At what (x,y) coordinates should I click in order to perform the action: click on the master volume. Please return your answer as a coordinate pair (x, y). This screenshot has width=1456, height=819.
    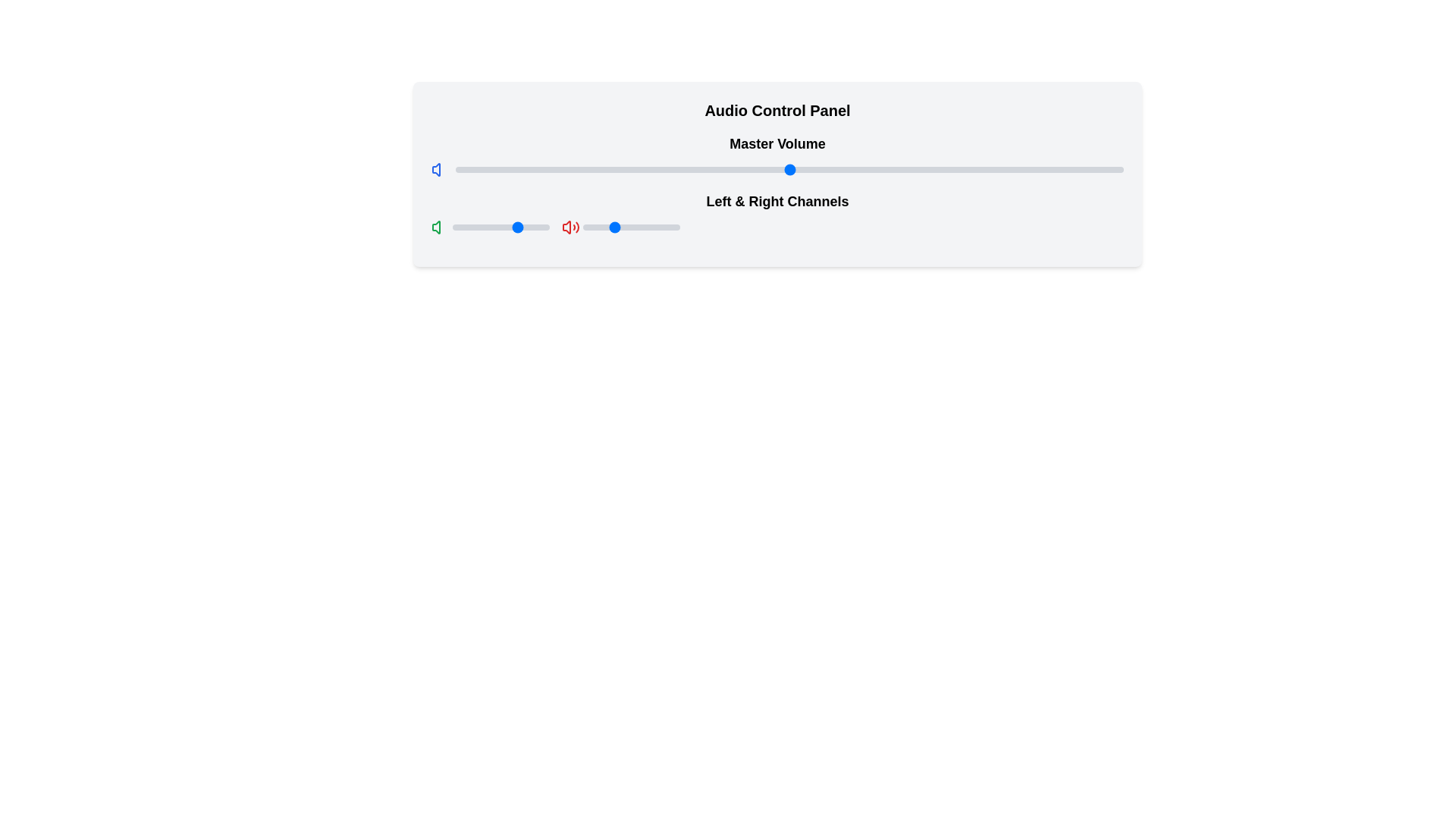
    Looking at the image, I should click on (1003, 169).